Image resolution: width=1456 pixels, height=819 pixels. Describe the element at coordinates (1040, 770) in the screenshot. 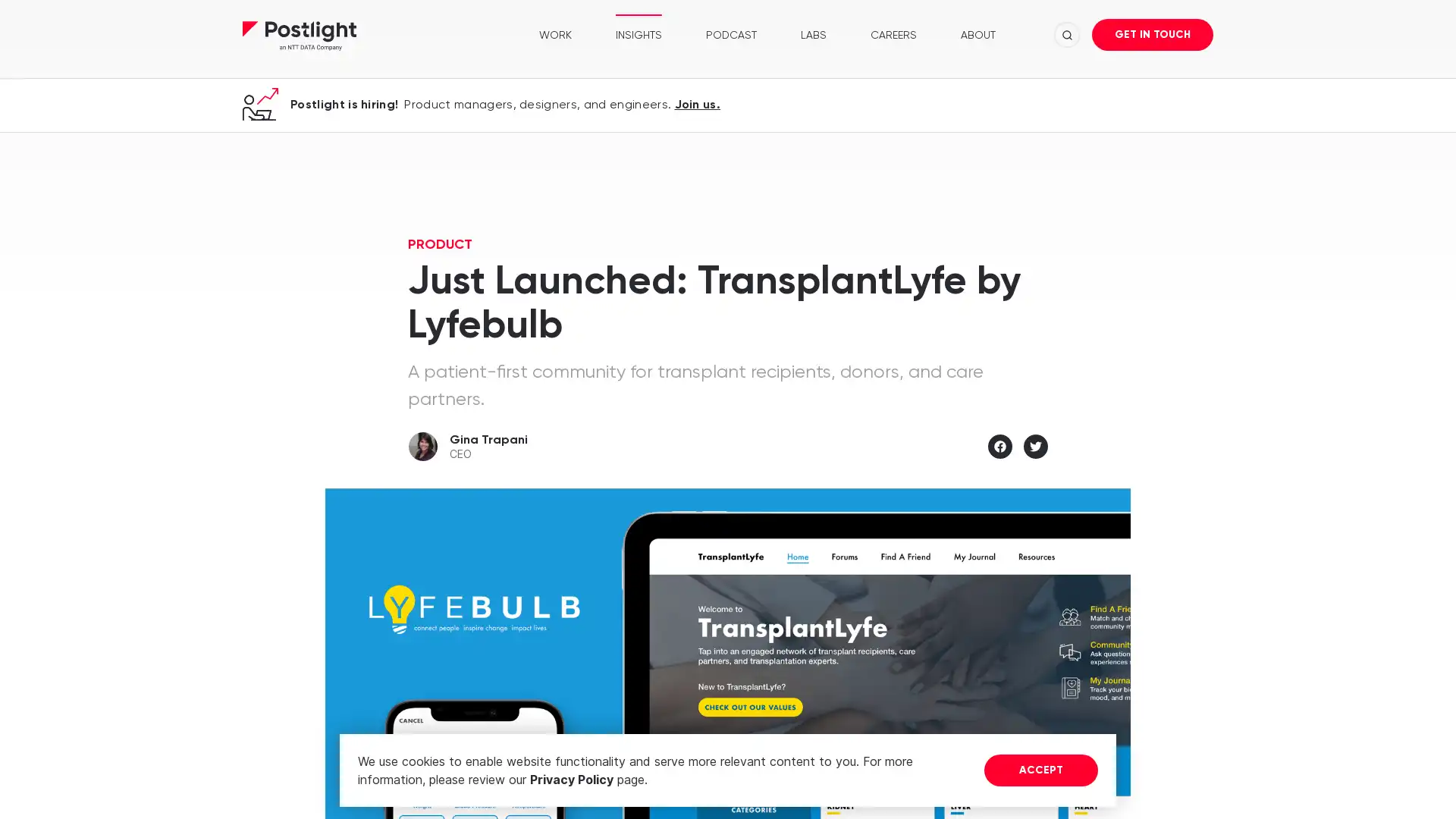

I see `dismiss cookie message` at that location.